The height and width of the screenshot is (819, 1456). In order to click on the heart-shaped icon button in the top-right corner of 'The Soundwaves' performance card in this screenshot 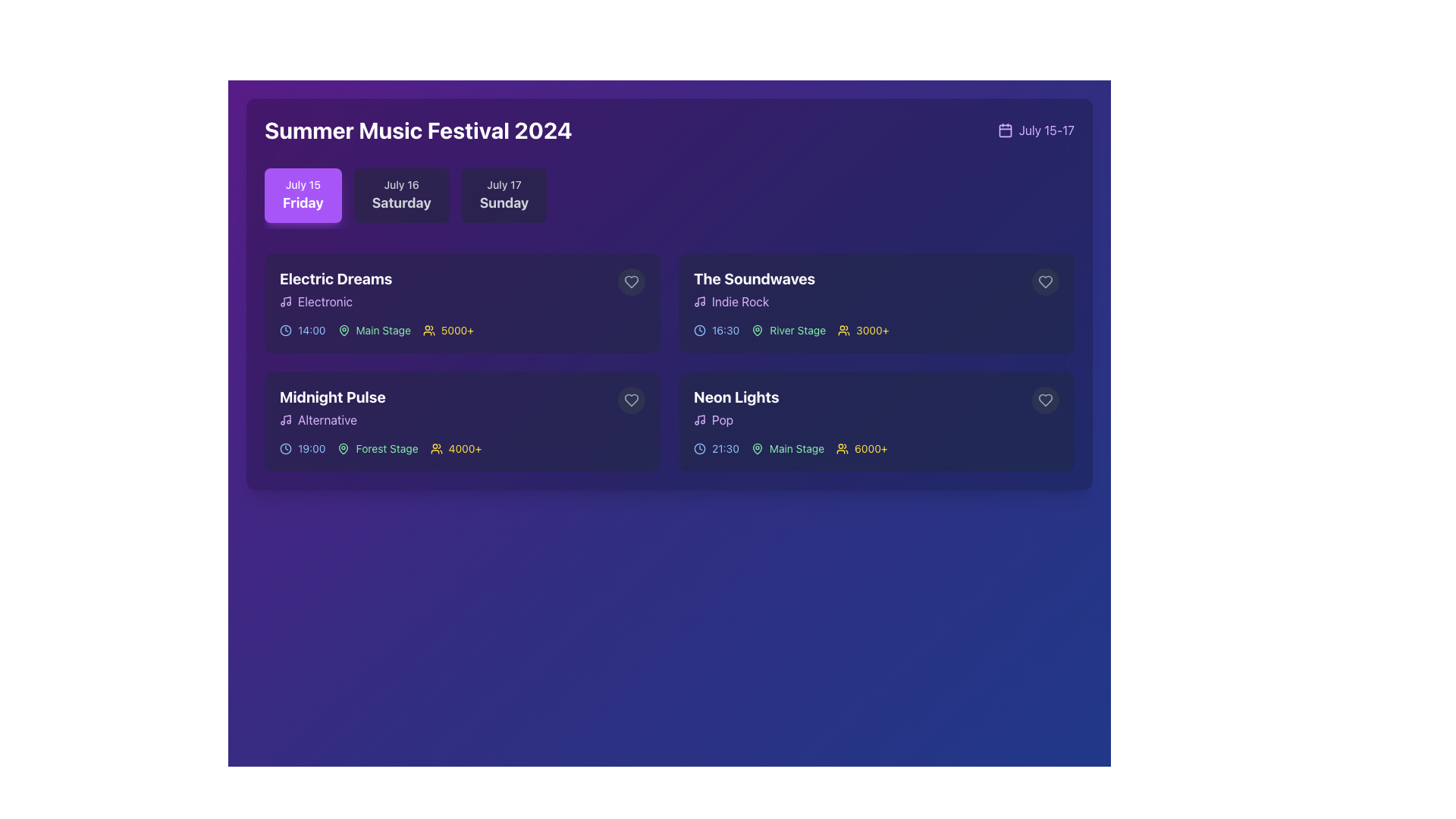, I will do `click(1044, 281)`.